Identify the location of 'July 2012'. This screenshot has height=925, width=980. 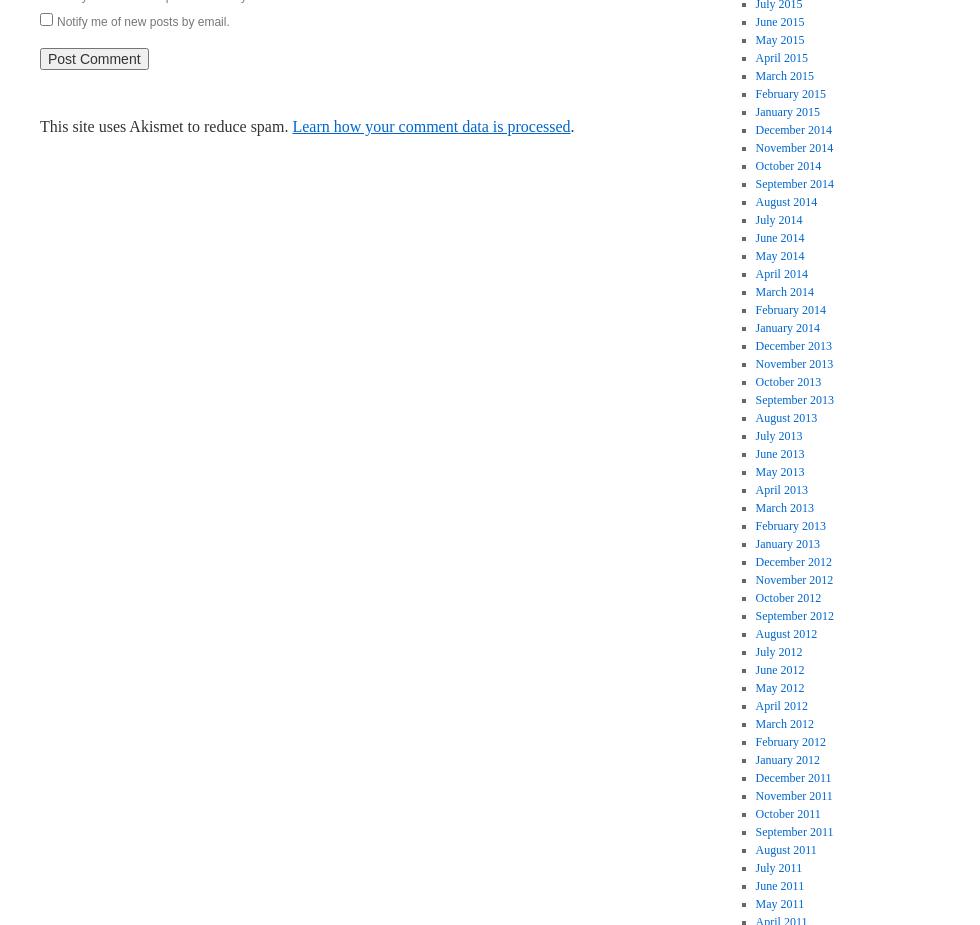
(778, 652).